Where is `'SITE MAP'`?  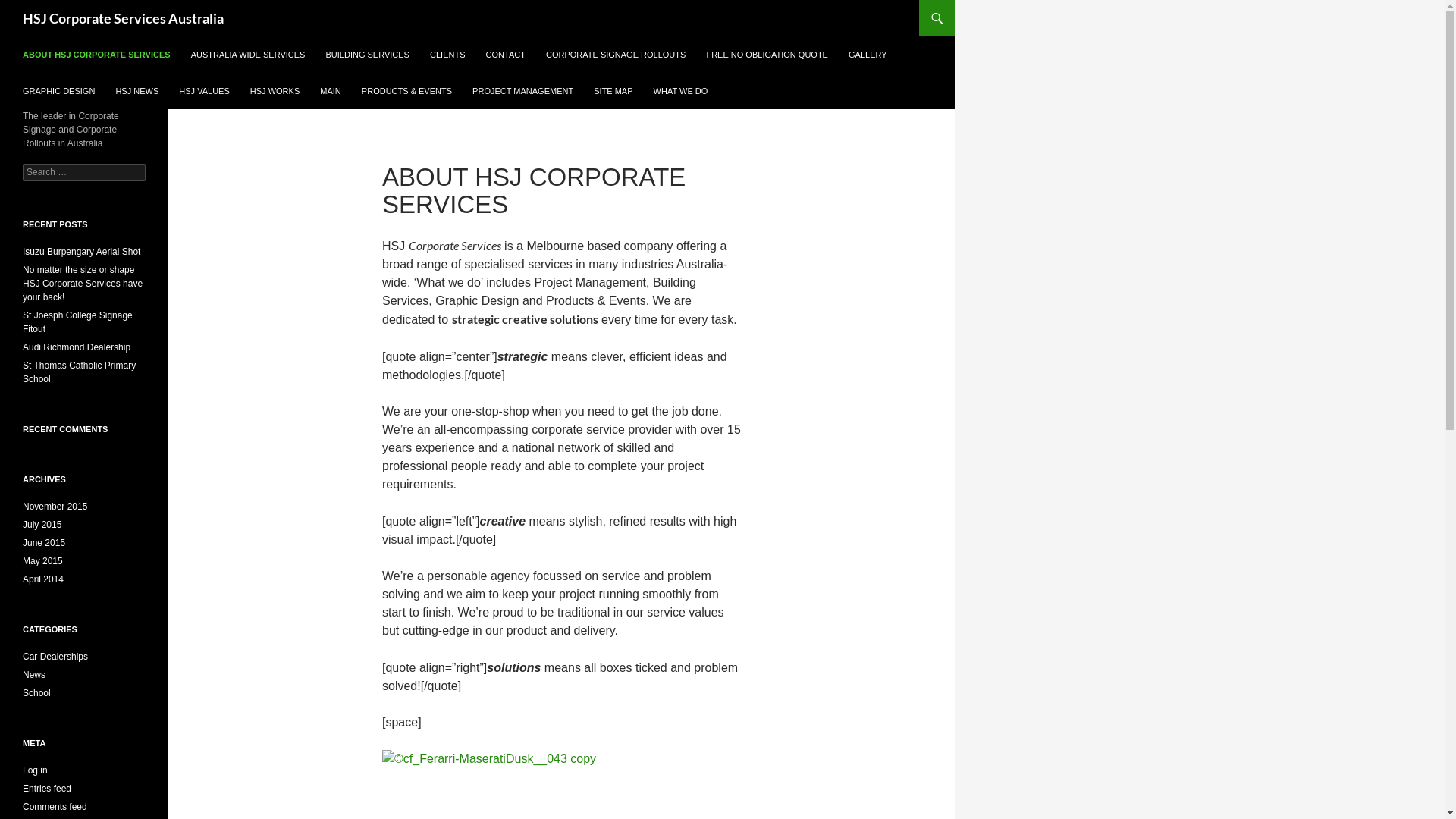
'SITE MAP' is located at coordinates (613, 90).